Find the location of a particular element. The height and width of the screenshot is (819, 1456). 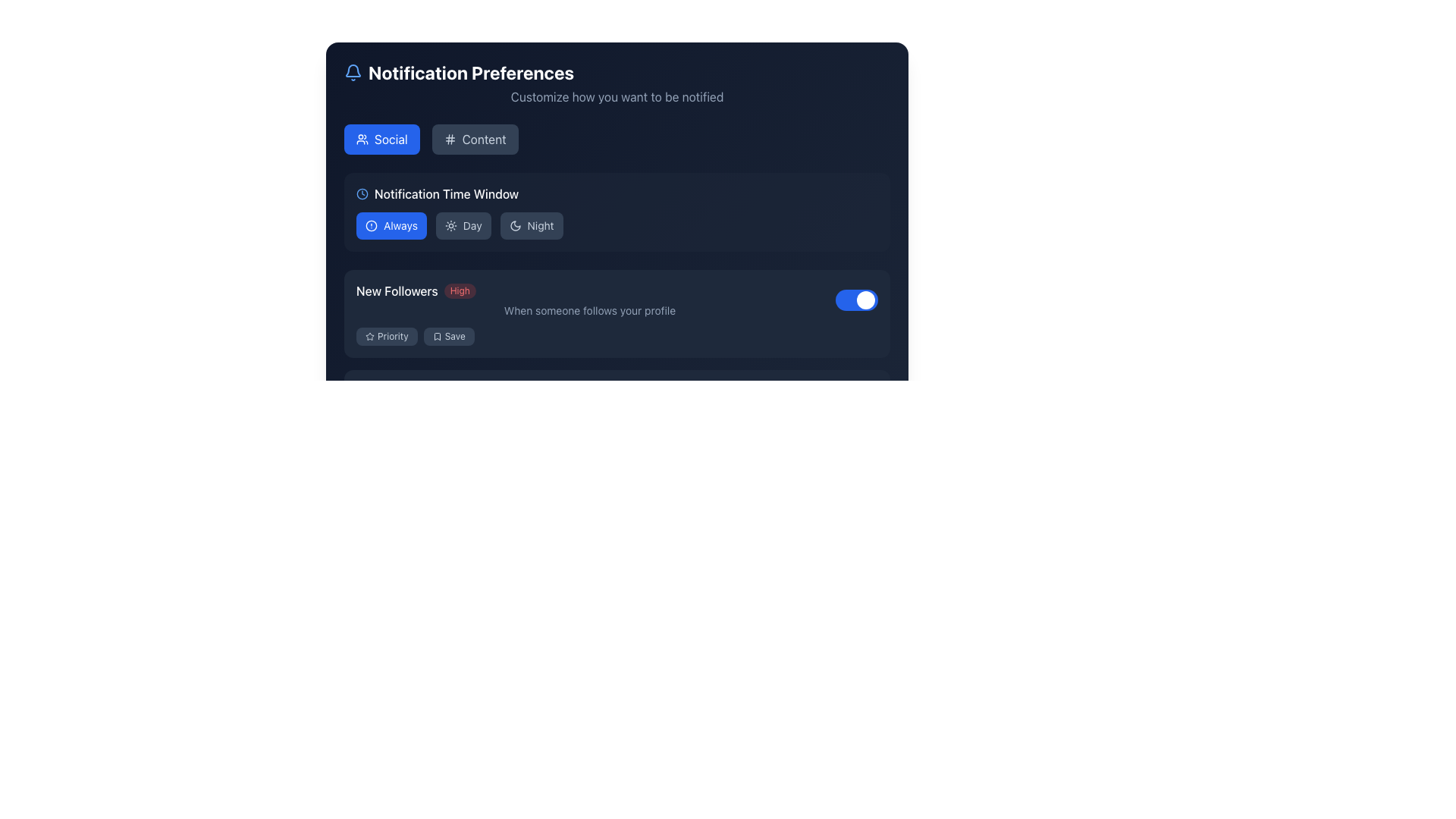

the button with a dark slate background and a moon icon labeled 'Night' is located at coordinates (532, 225).